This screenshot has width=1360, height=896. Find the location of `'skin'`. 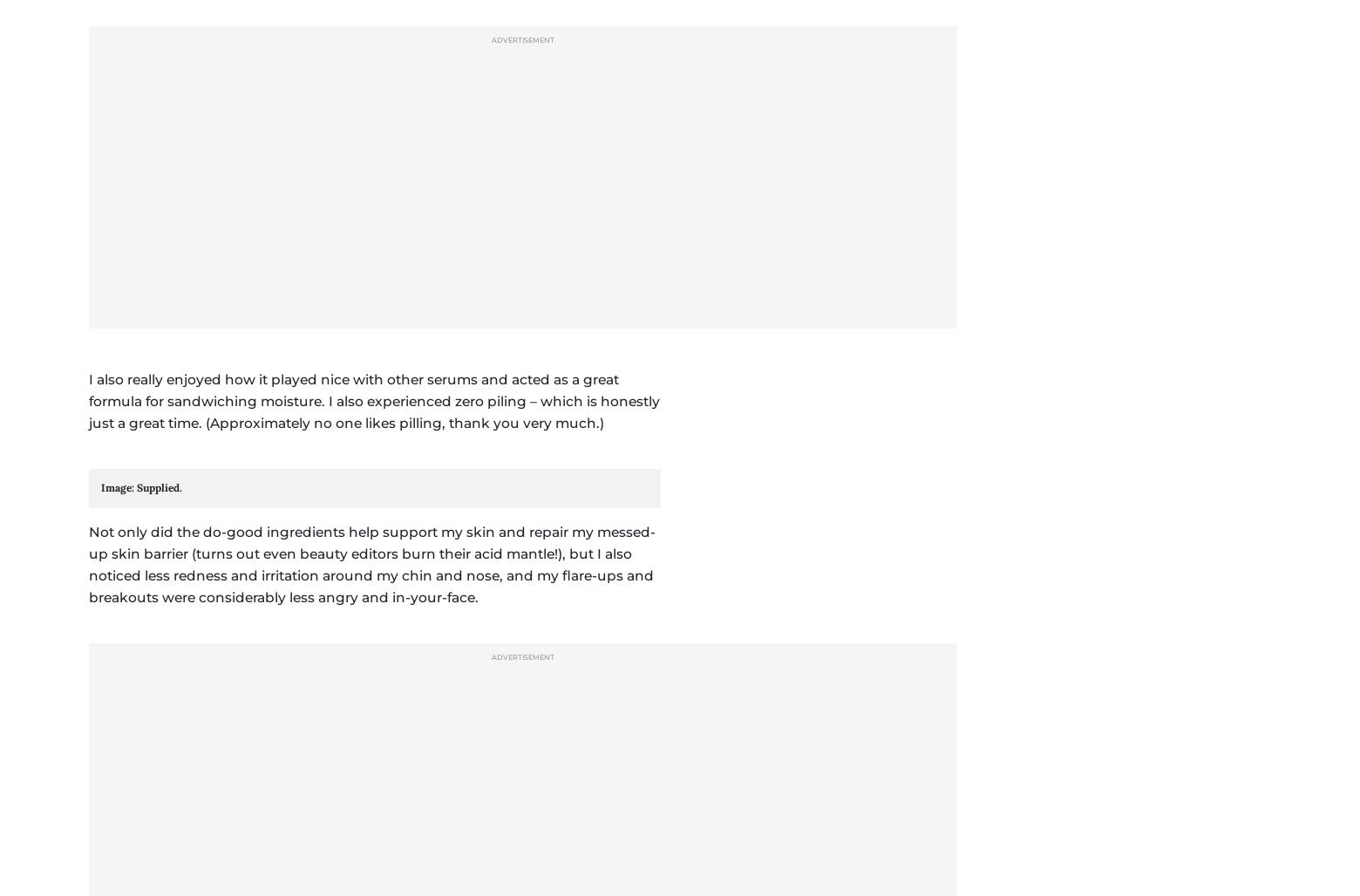

'skin' is located at coordinates (139, 728).